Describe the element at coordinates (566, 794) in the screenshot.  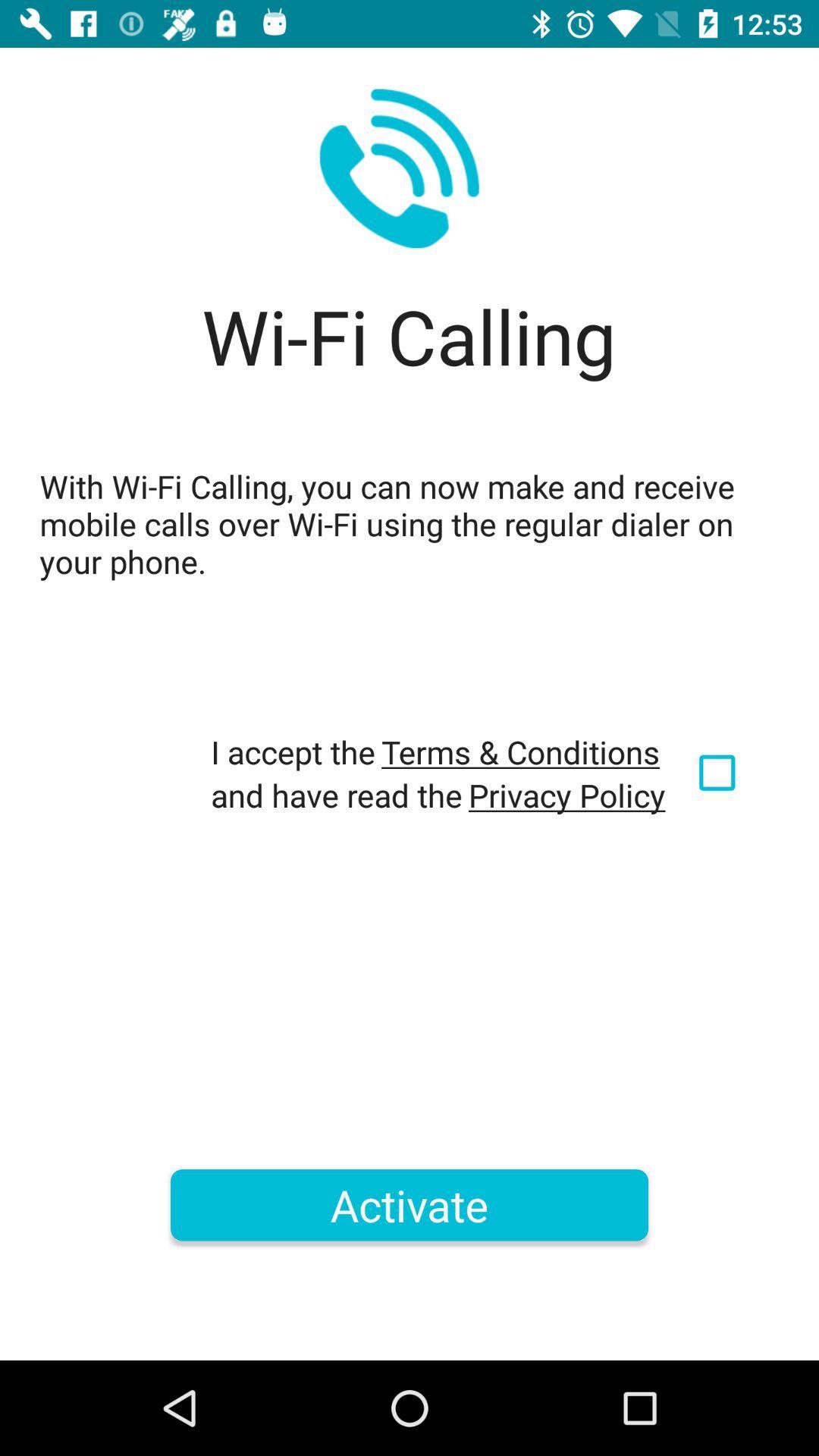
I see `icon below the terms & conditions` at that location.